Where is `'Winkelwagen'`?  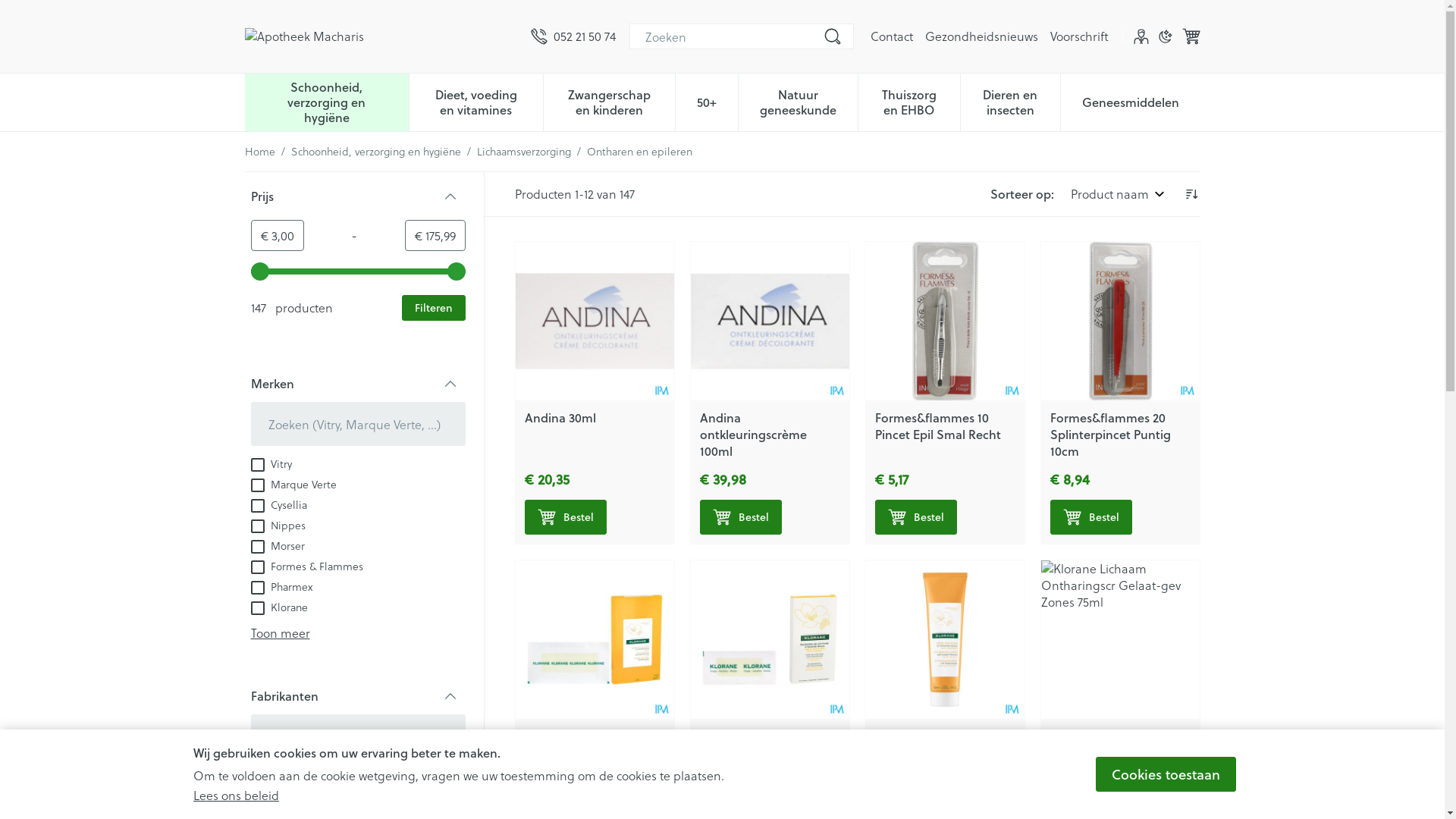
'Winkelwagen' is located at coordinates (1181, 35).